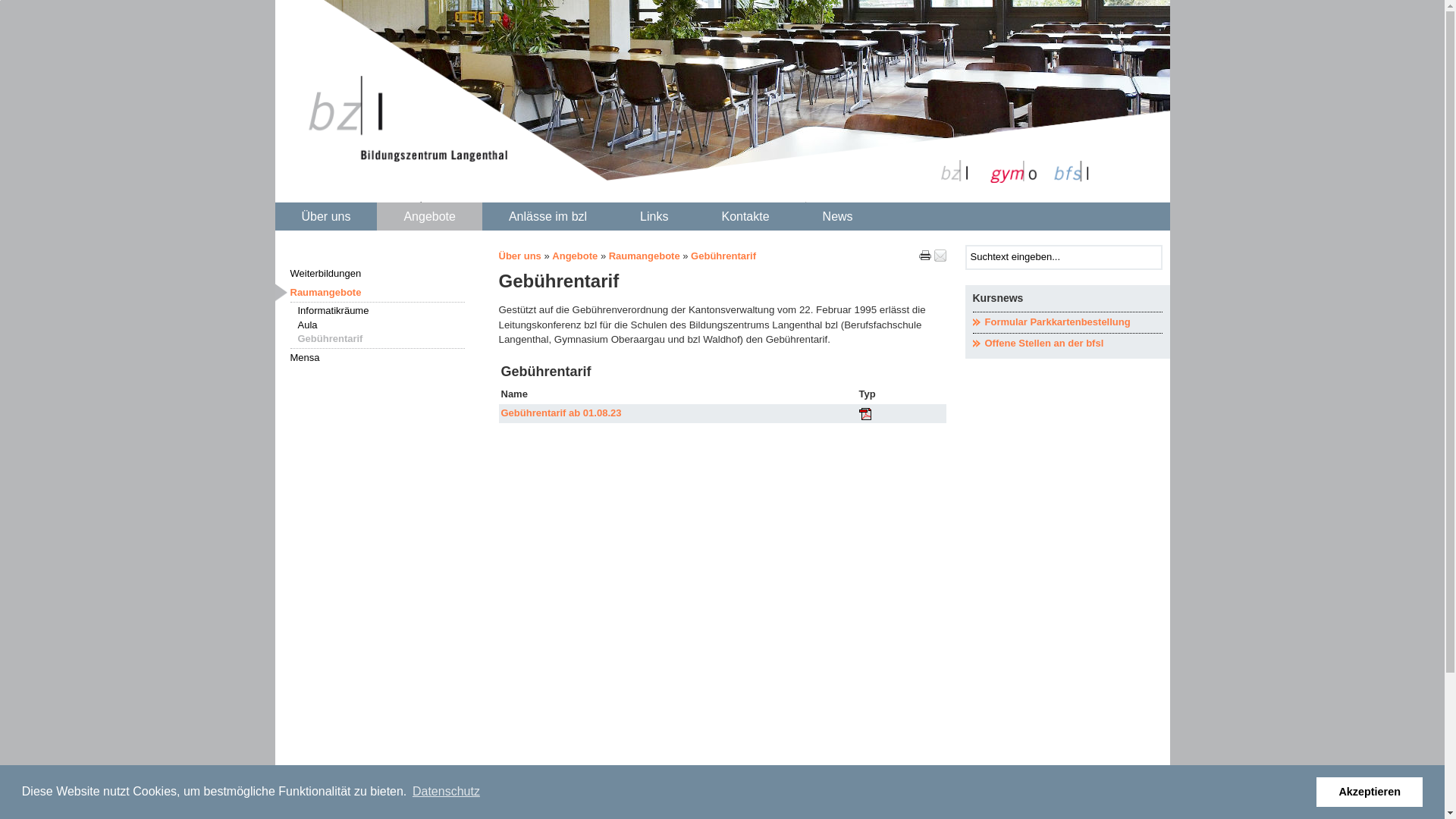 The image size is (1456, 819). What do you see at coordinates (445, 791) in the screenshot?
I see `'Datenschutz'` at bounding box center [445, 791].